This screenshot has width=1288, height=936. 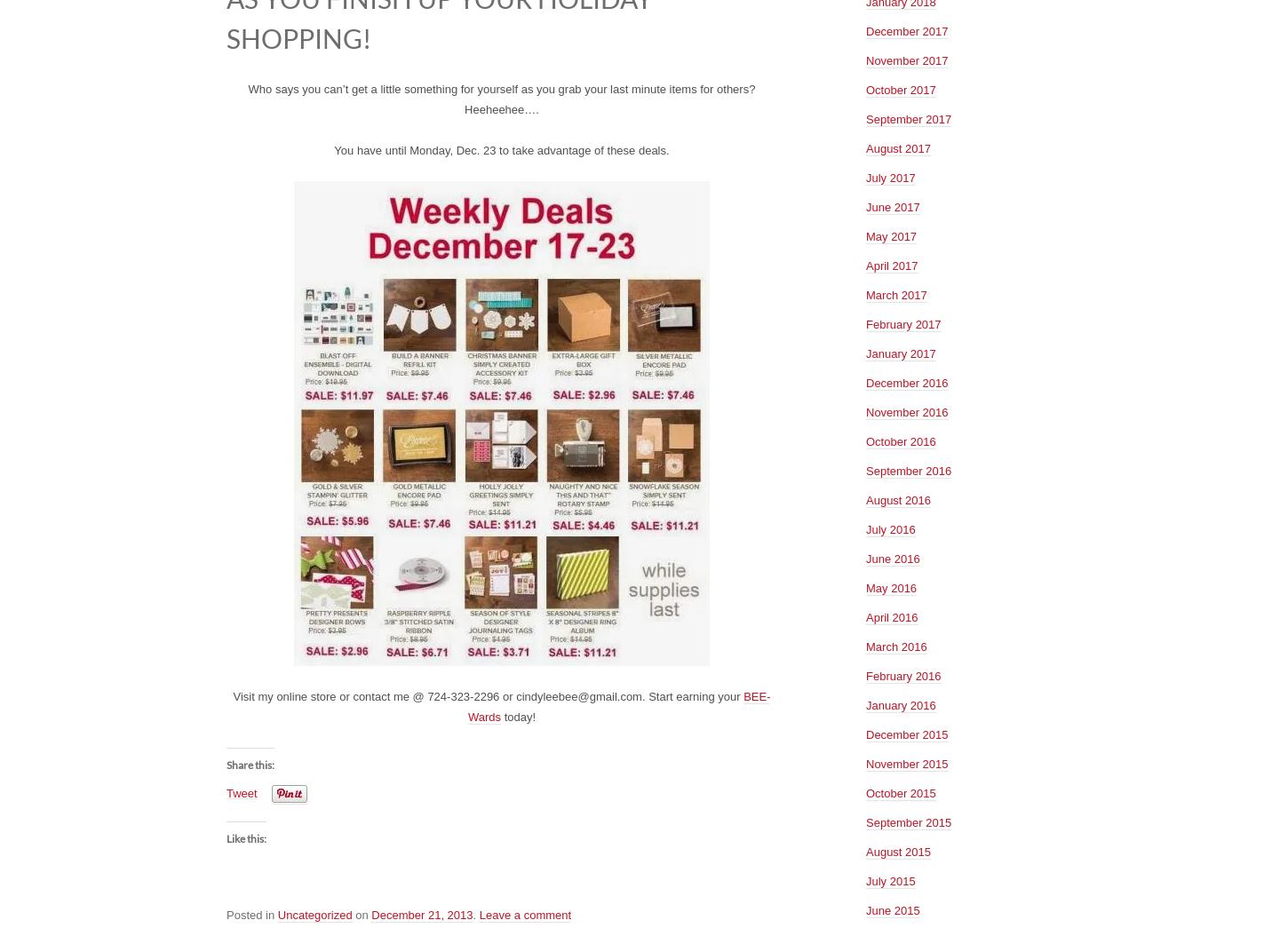 I want to click on 'December 2015', so click(x=906, y=733).